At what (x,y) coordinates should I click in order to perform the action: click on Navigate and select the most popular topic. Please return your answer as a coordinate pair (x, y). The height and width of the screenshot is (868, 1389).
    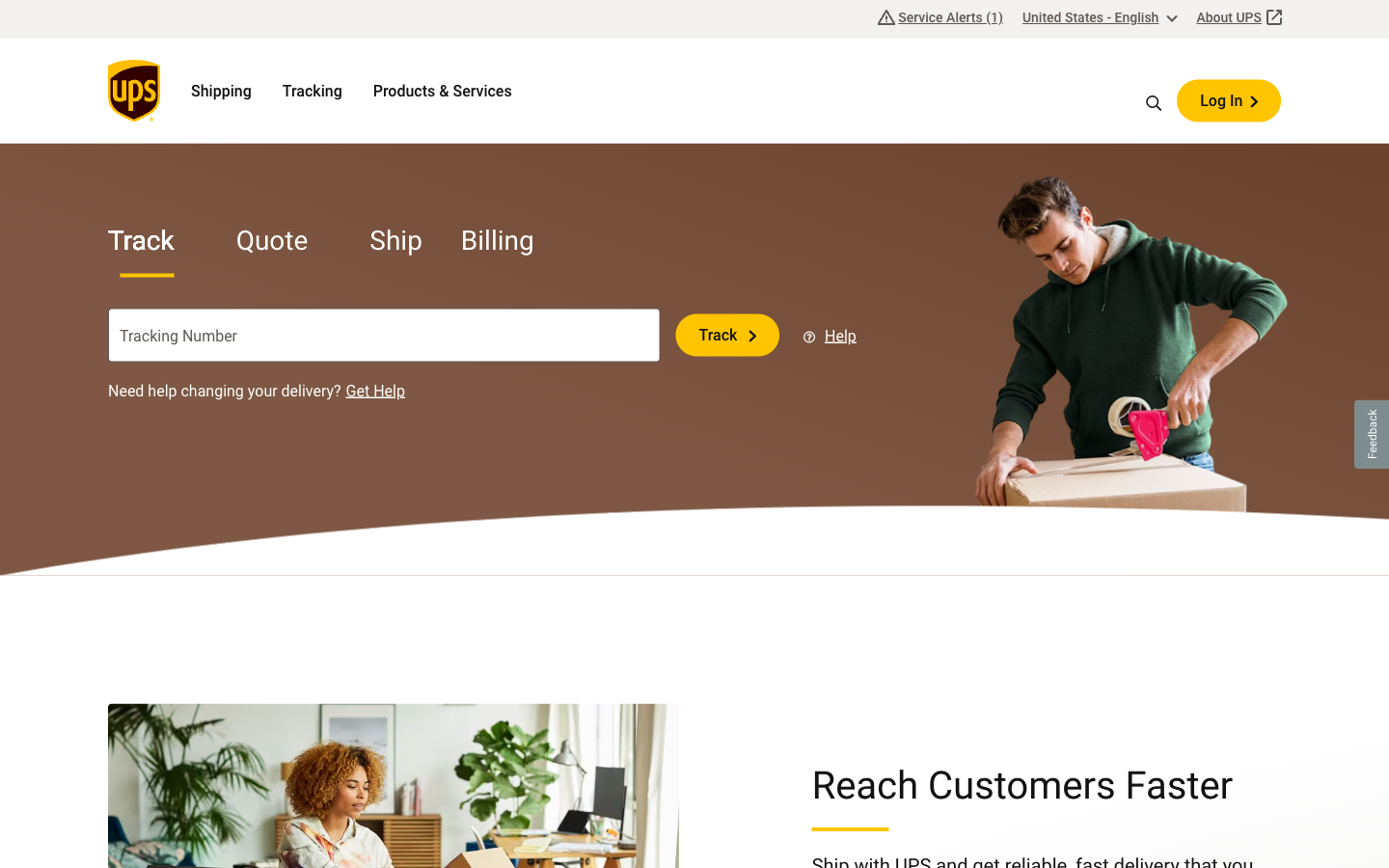
    Looking at the image, I should click on (1155, 99).